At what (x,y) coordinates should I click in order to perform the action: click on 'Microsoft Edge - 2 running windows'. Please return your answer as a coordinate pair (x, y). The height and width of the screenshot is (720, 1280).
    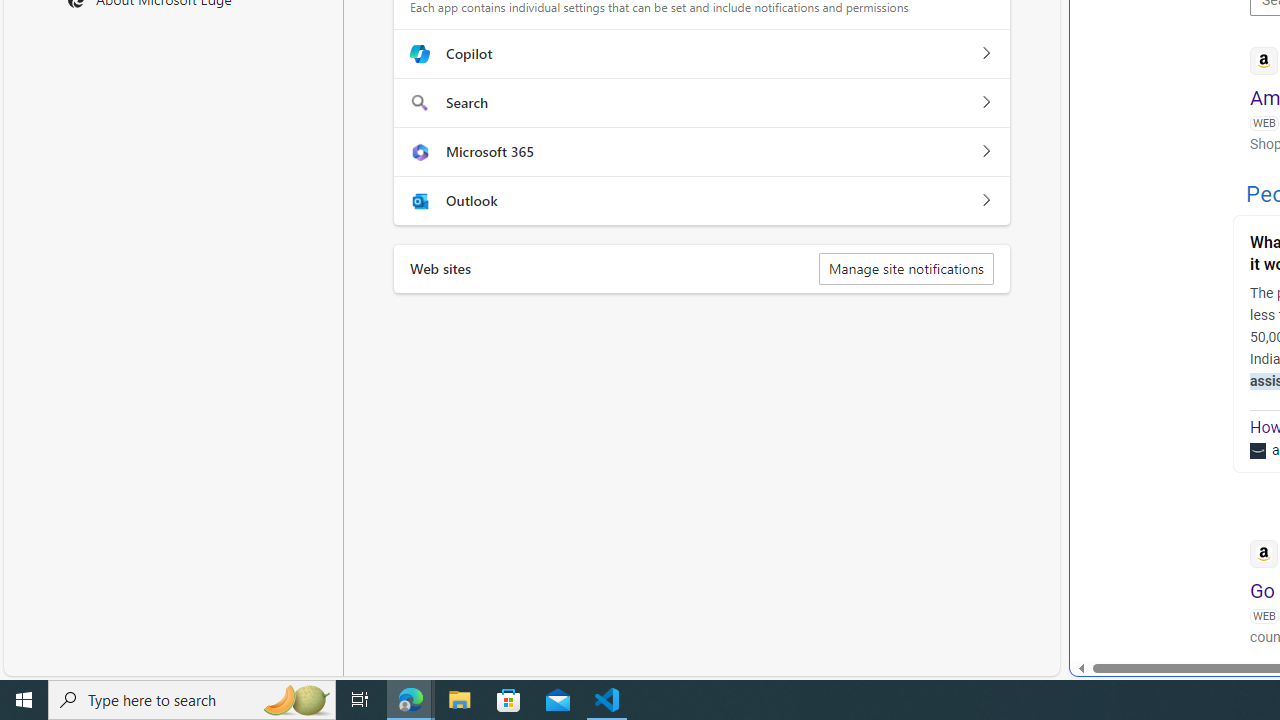
    Looking at the image, I should click on (410, 698).